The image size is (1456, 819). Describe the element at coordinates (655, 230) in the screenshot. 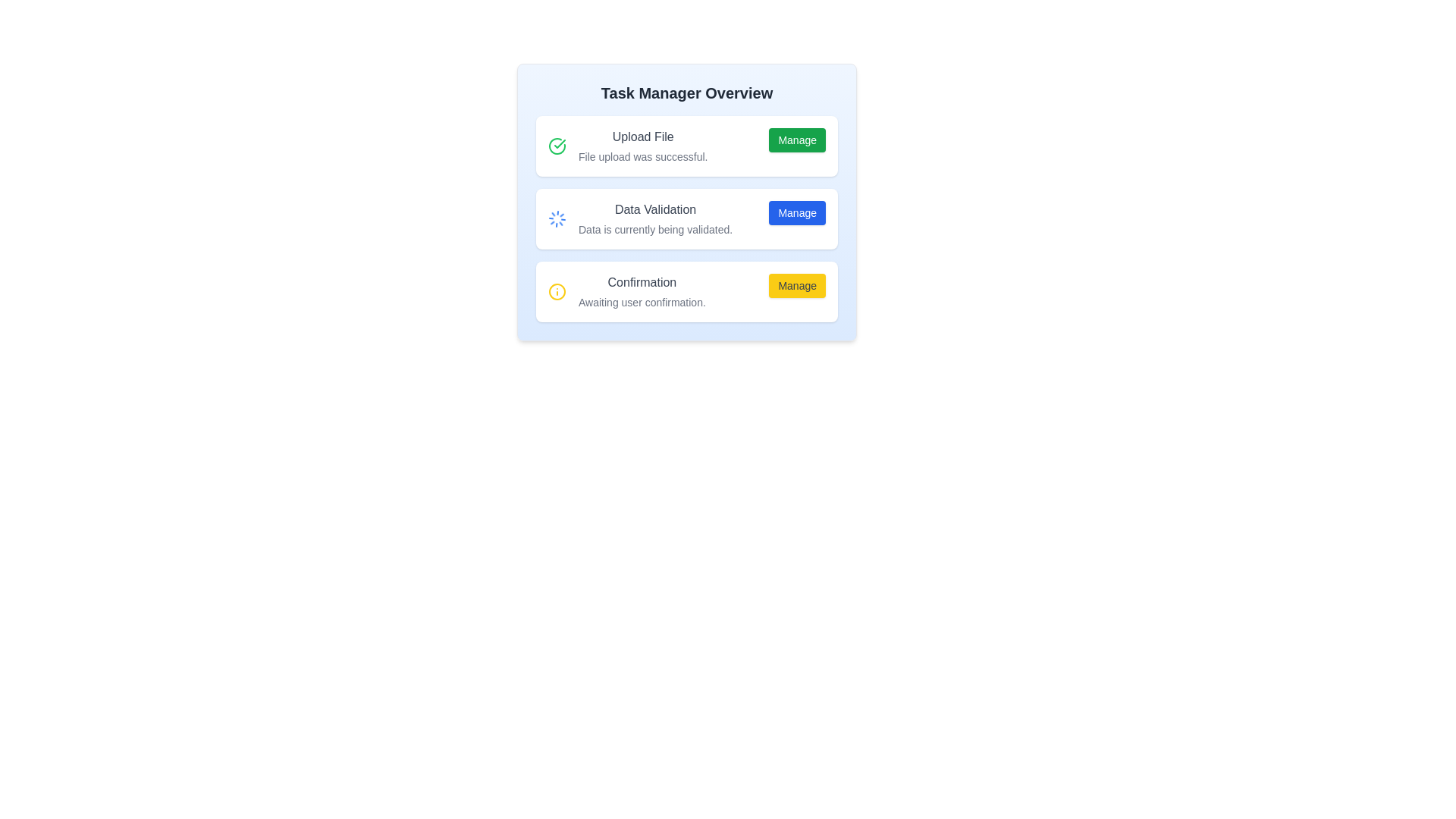

I see `the status message text located below the 'Data Validation' heading to read the ongoing validation process status` at that location.